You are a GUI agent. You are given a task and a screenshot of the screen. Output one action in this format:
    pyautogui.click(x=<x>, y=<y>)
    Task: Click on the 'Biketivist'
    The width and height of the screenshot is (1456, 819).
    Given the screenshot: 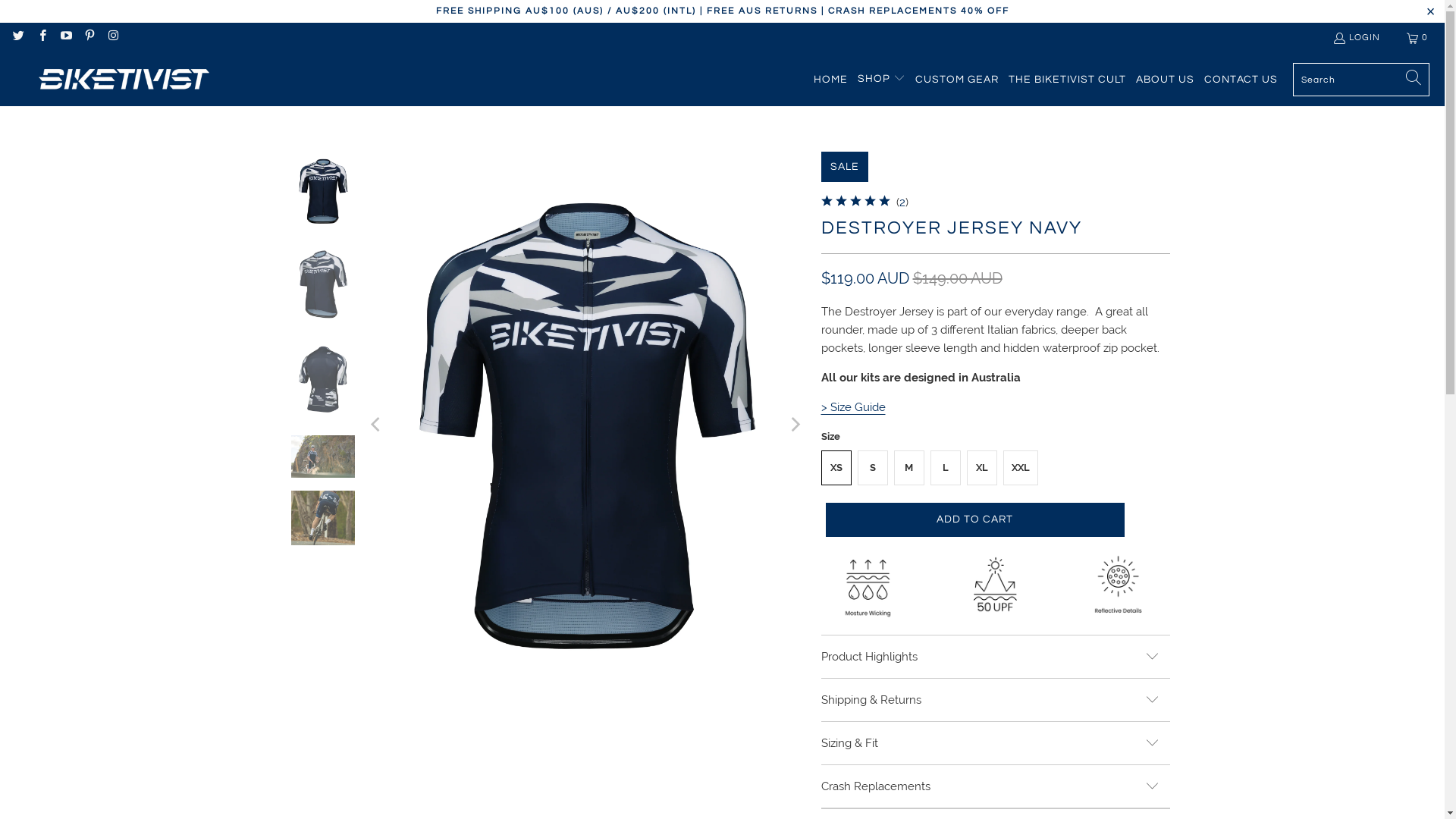 What is the action you would take?
    pyautogui.click(x=120, y=79)
    